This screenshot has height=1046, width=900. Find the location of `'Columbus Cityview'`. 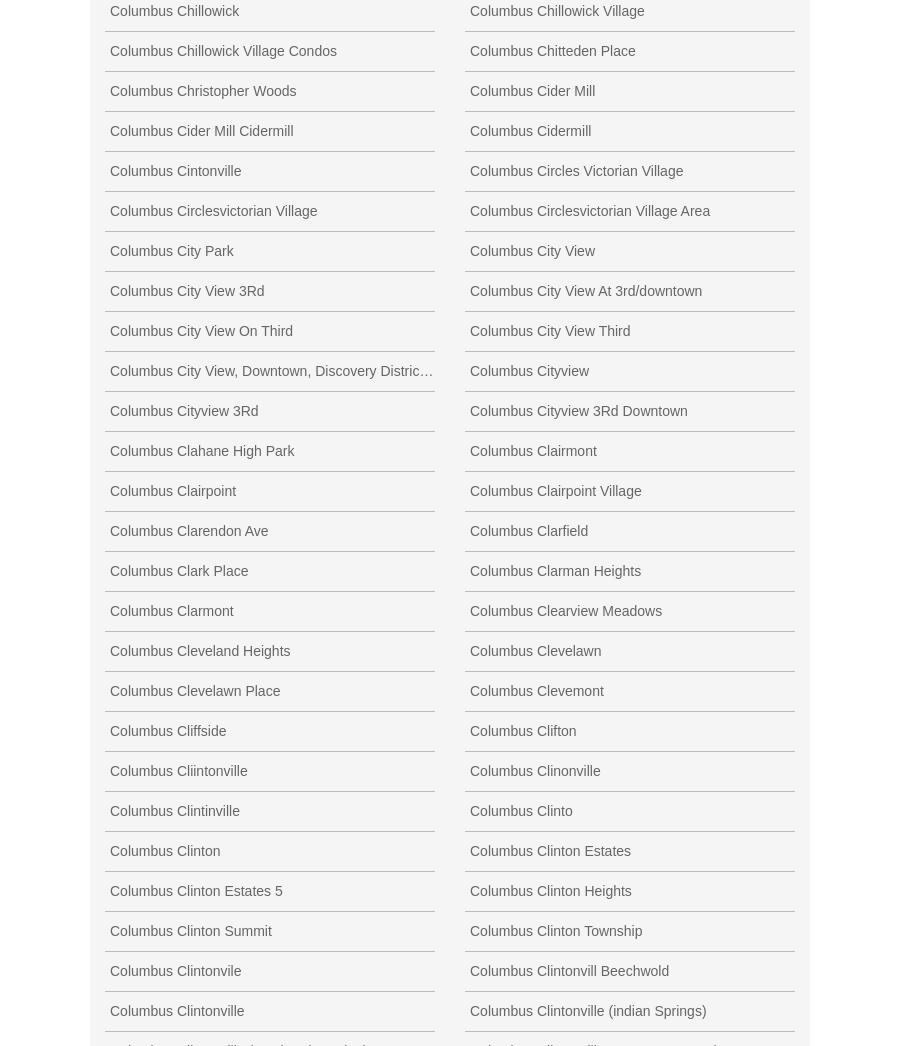

'Columbus Cityview' is located at coordinates (528, 369).